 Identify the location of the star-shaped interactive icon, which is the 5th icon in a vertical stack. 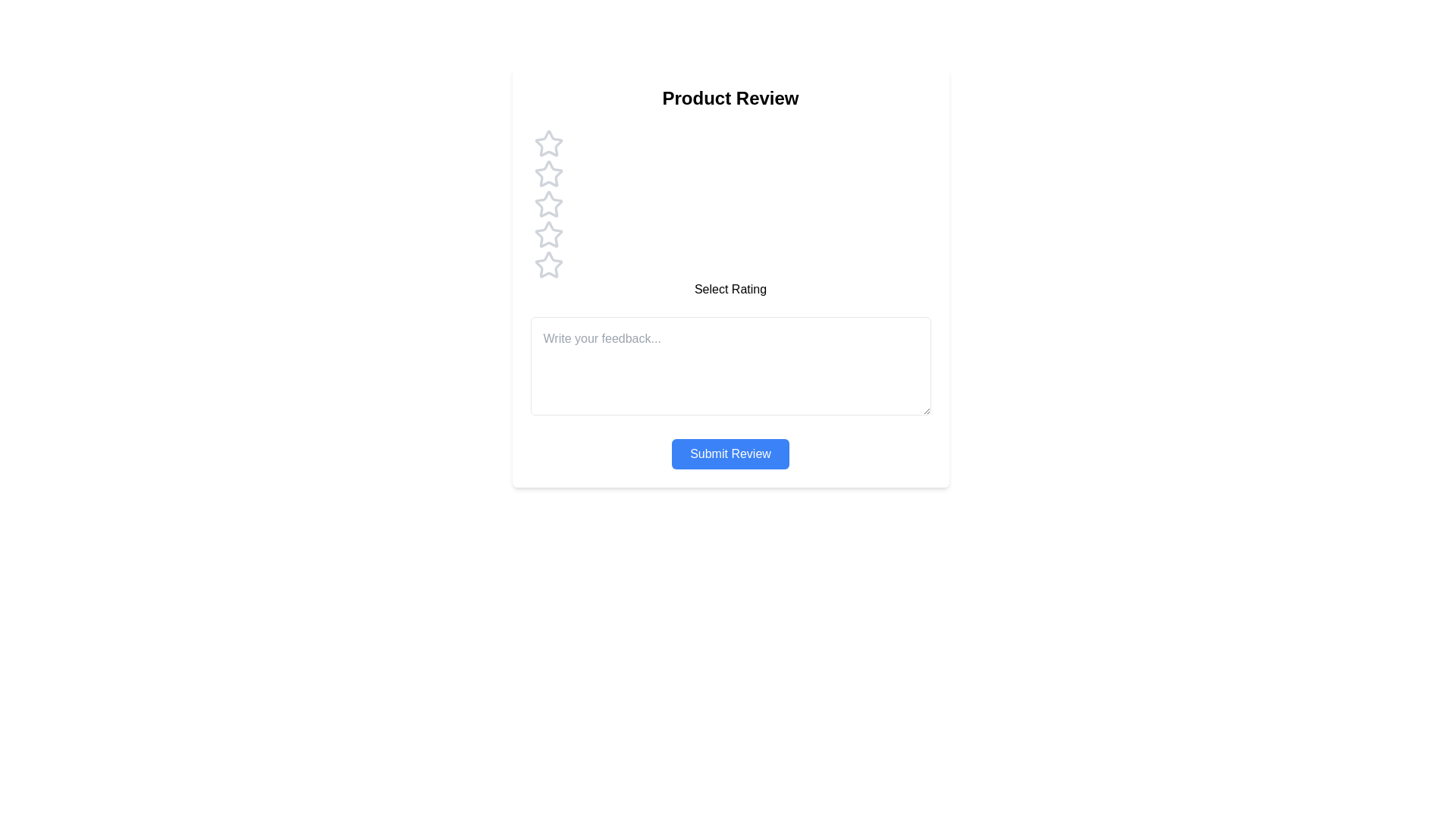
(548, 265).